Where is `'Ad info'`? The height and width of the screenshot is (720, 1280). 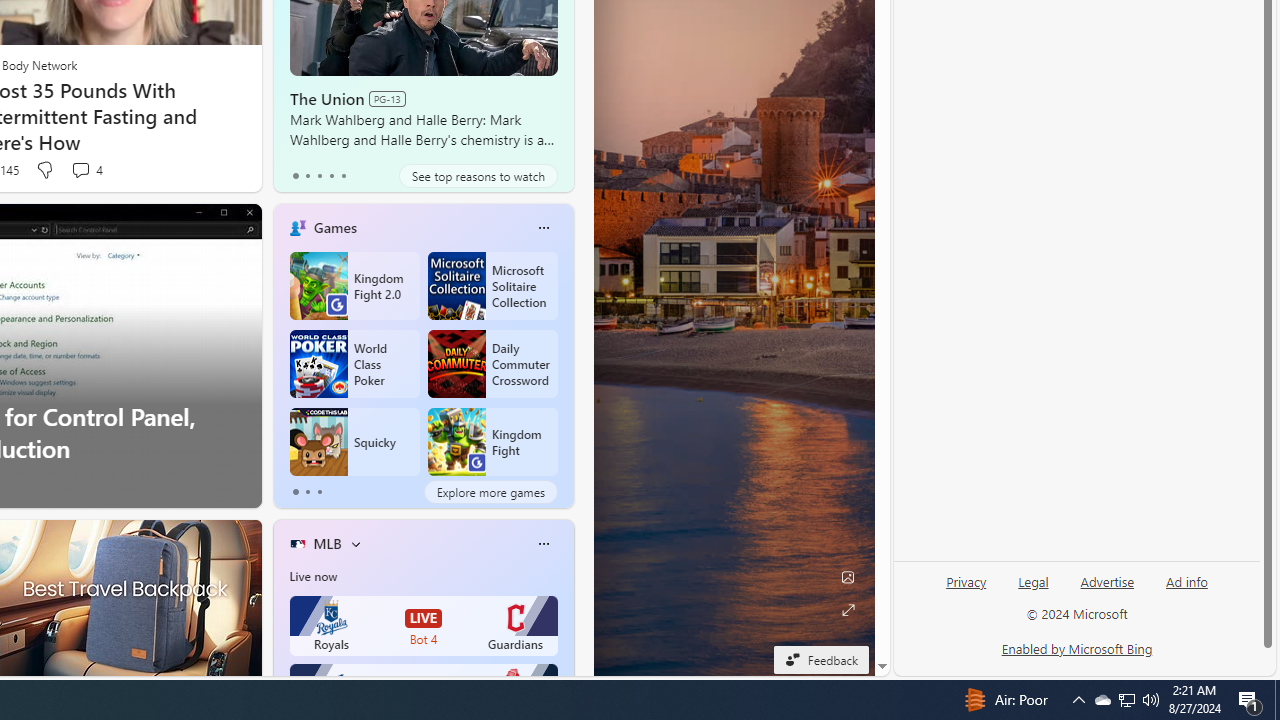
'Ad info' is located at coordinates (1186, 589).